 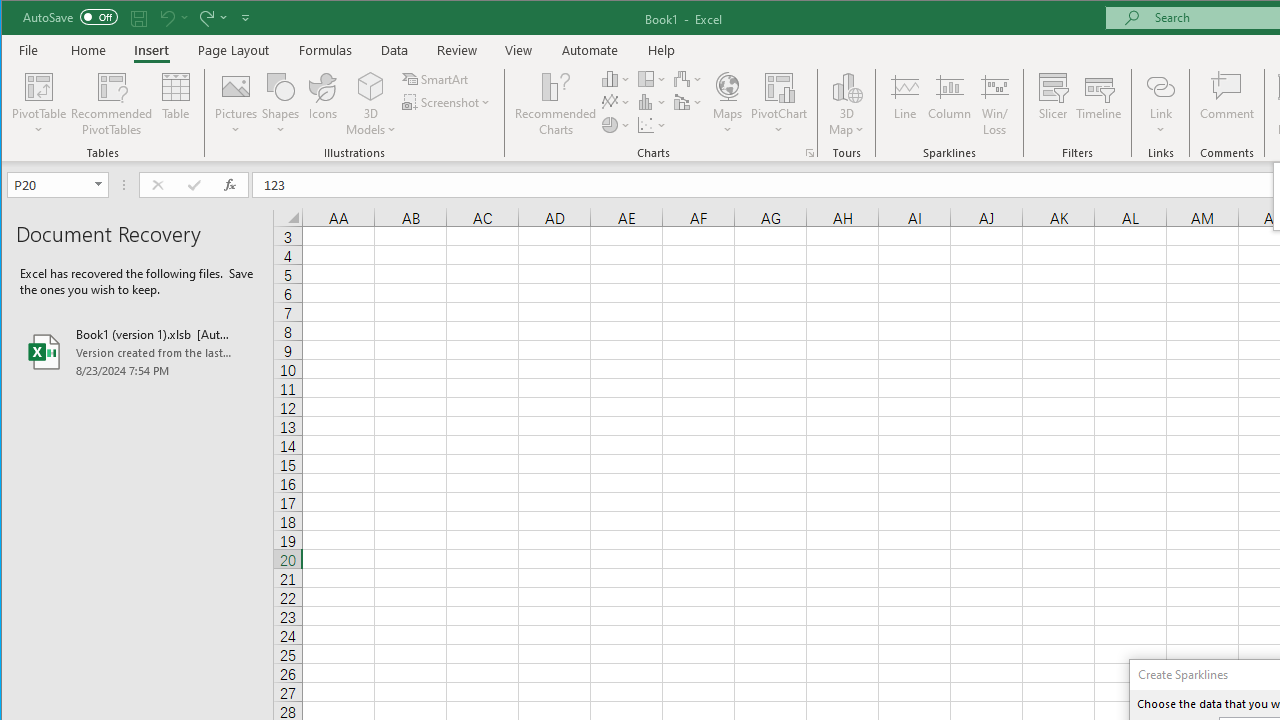 What do you see at coordinates (652, 78) in the screenshot?
I see `'Insert Hierarchy Chart'` at bounding box center [652, 78].